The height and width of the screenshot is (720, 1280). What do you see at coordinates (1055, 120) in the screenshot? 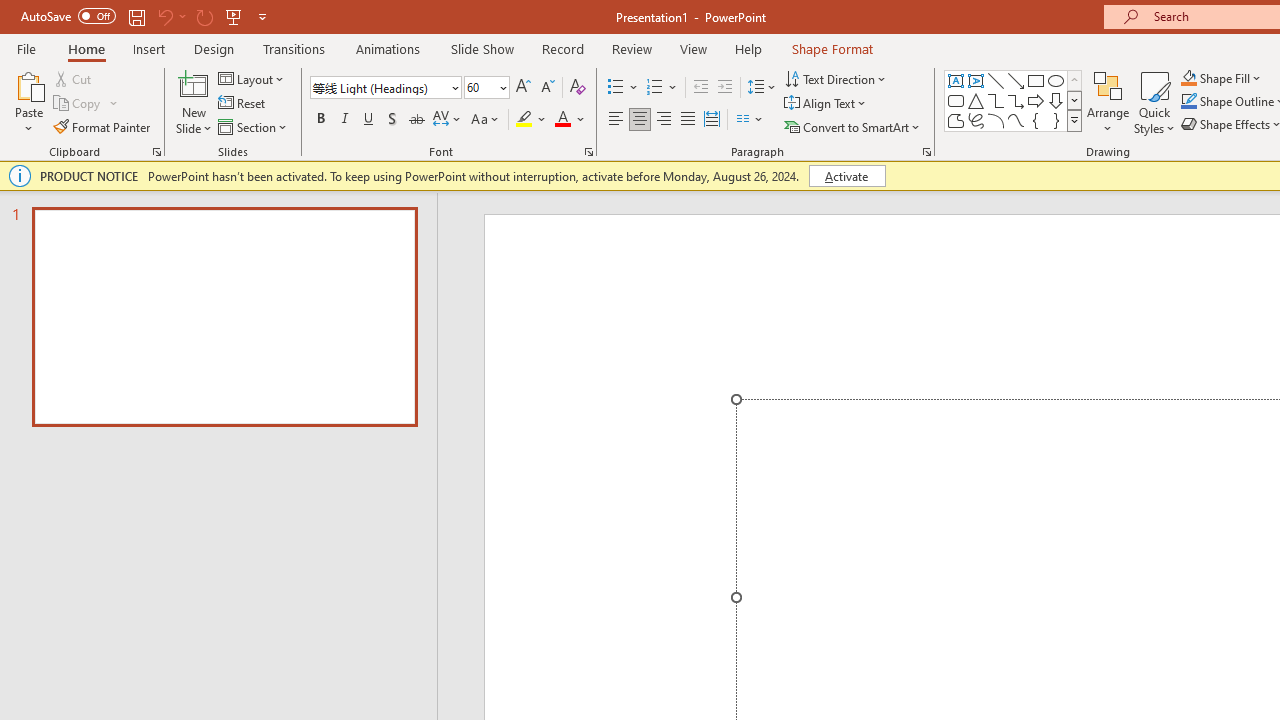
I see `'Right Brace'` at bounding box center [1055, 120].